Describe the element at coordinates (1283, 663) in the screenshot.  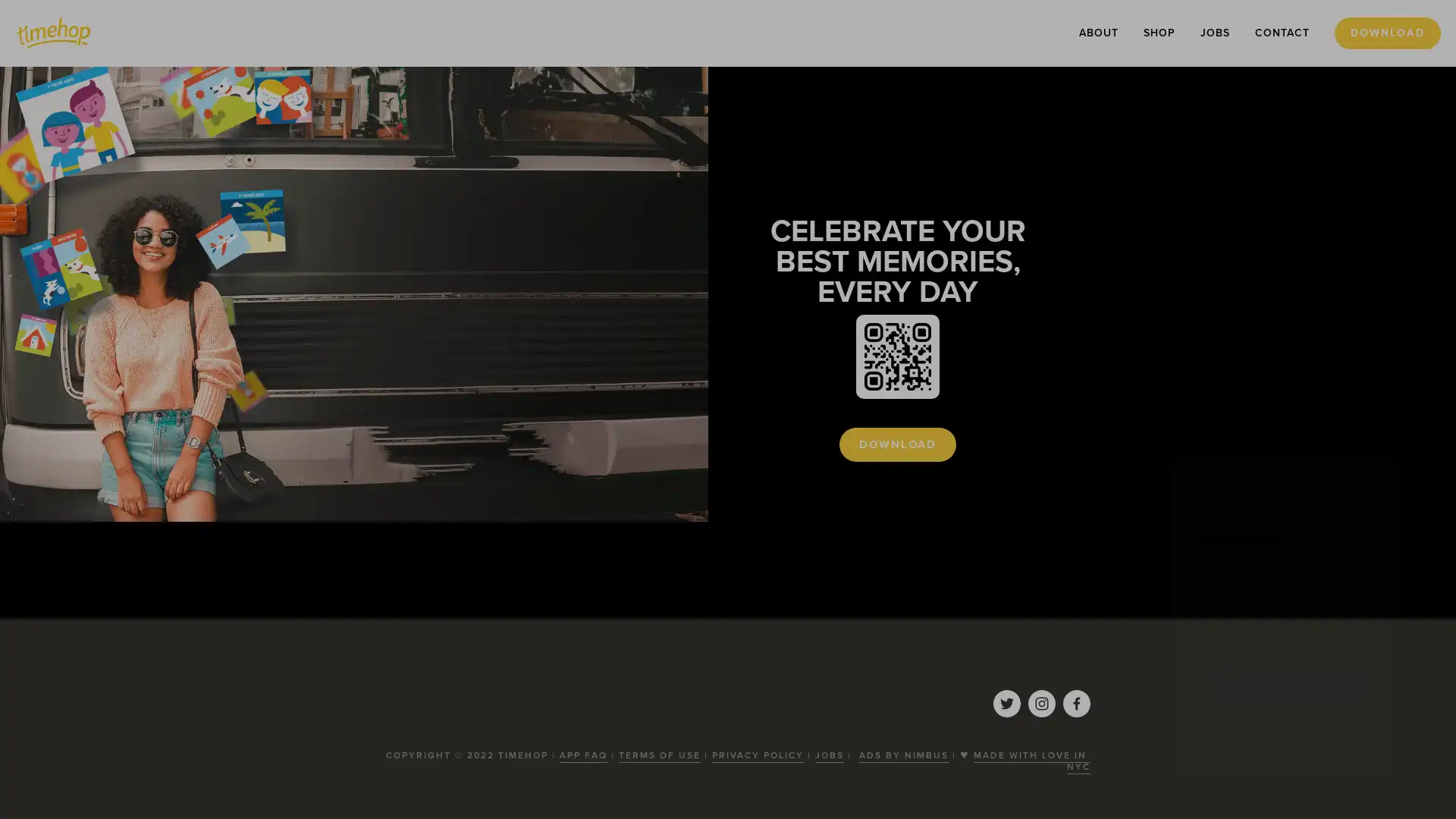
I see `SUBSCRIBE` at that location.